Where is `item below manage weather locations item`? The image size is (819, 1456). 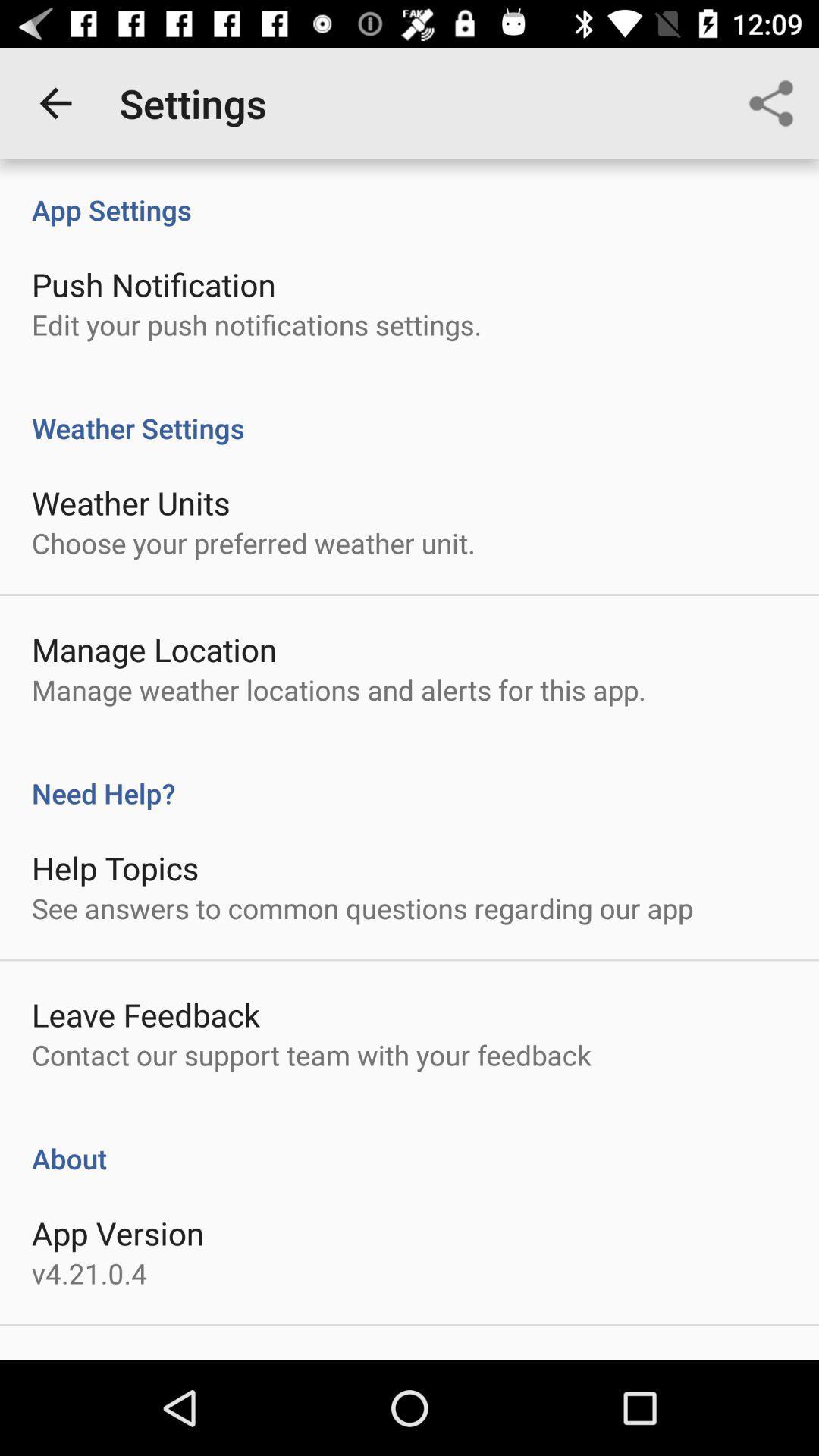
item below manage weather locations item is located at coordinates (409, 777).